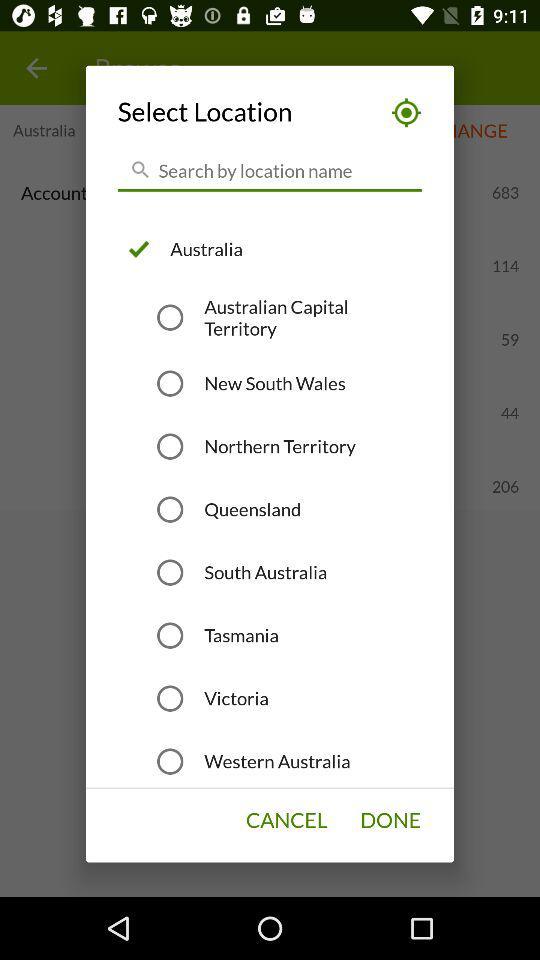  I want to click on the icon below australia item, so click(313, 317).